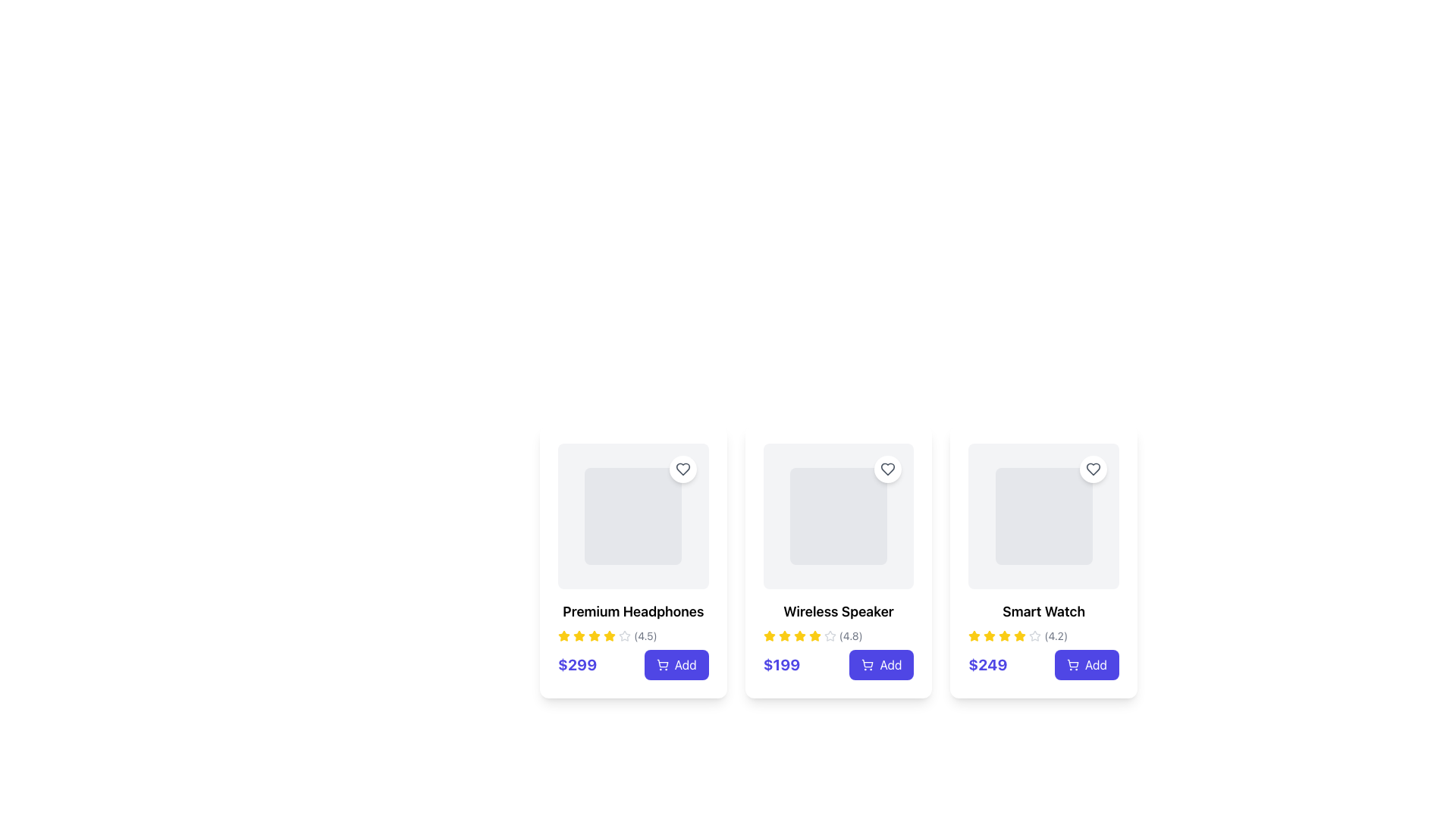  I want to click on fourth star icon in the 4.5-star rating system for the 'Premium Headphones' product, which is located below the product title and above the price, so click(610, 636).